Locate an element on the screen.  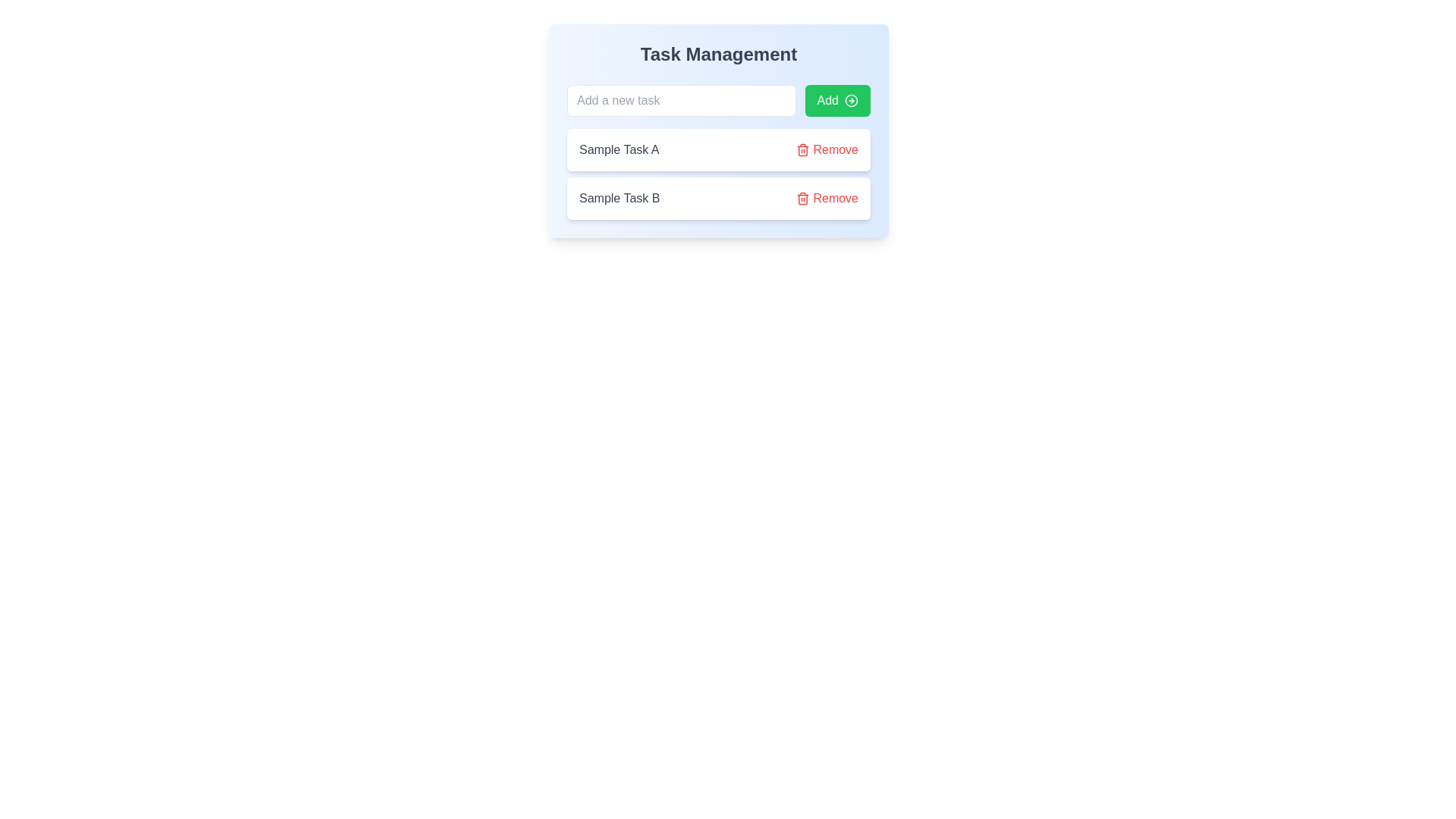
the deletion icon in the 'Remove' control for 'Sample Task A', located on the far right of the second row in the task management list to get visual feedback is located at coordinates (802, 149).